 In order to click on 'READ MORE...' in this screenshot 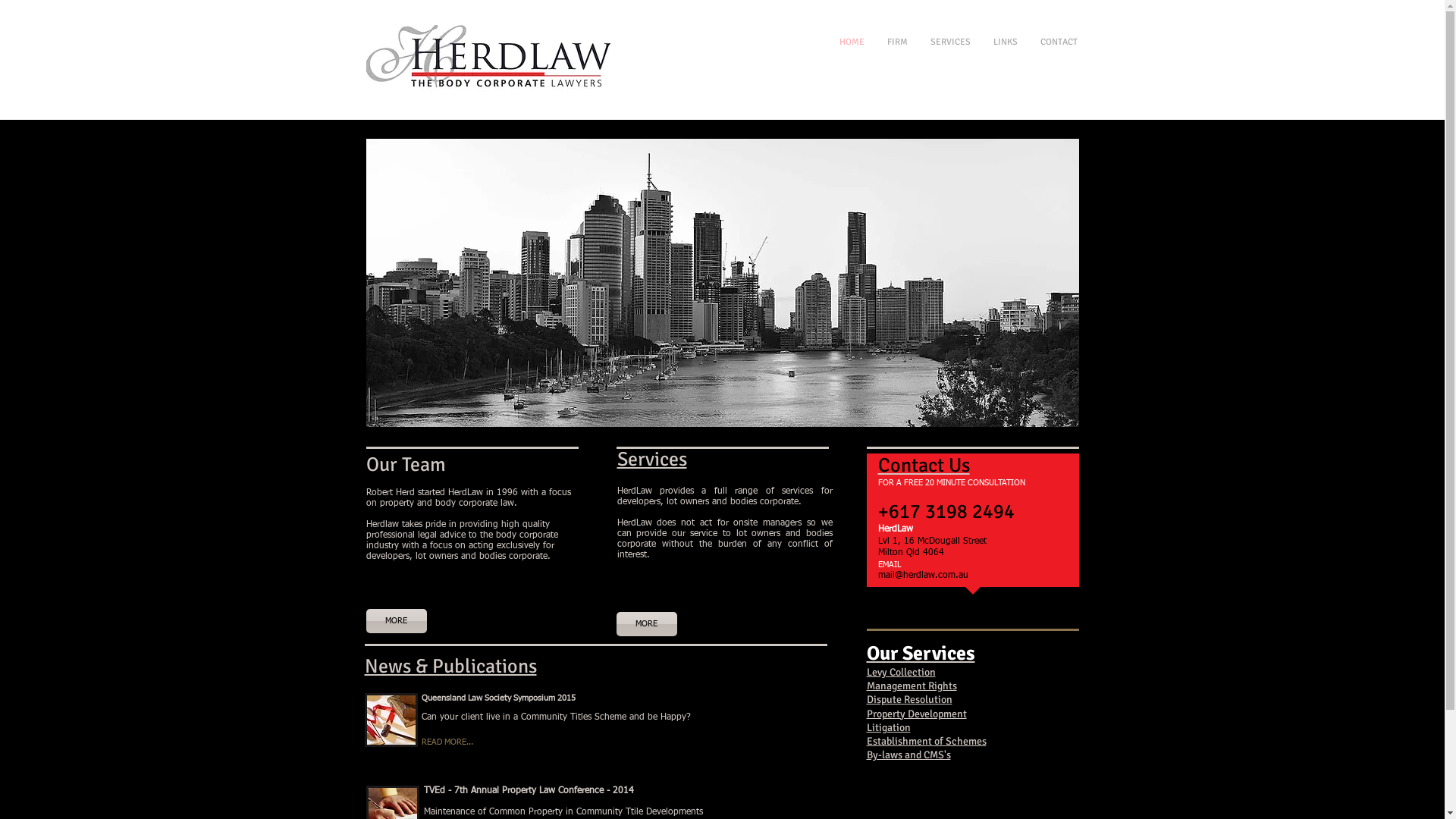, I will do `click(479, 742)`.